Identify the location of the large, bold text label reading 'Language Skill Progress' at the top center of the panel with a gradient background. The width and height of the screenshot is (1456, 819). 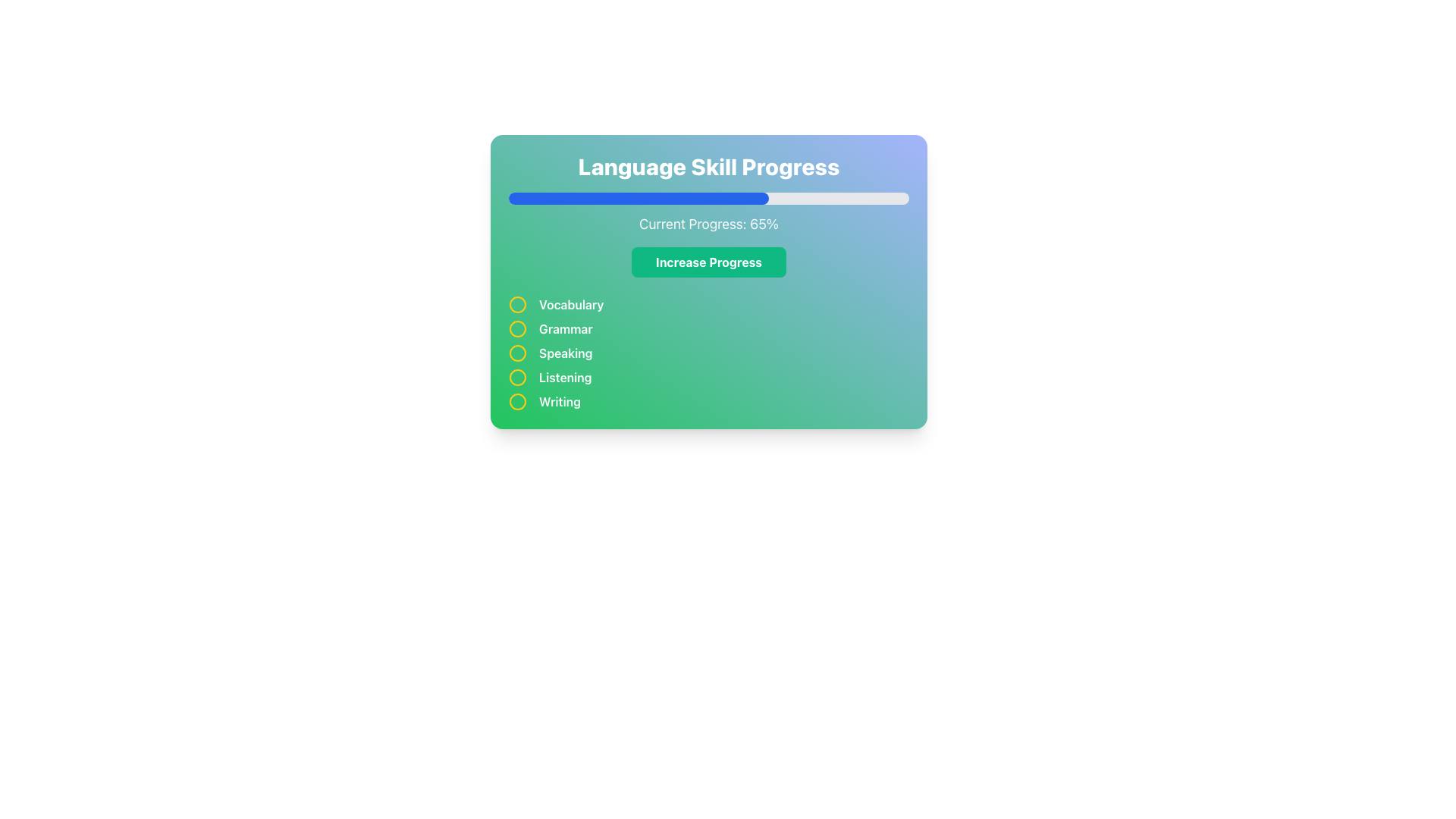
(708, 166).